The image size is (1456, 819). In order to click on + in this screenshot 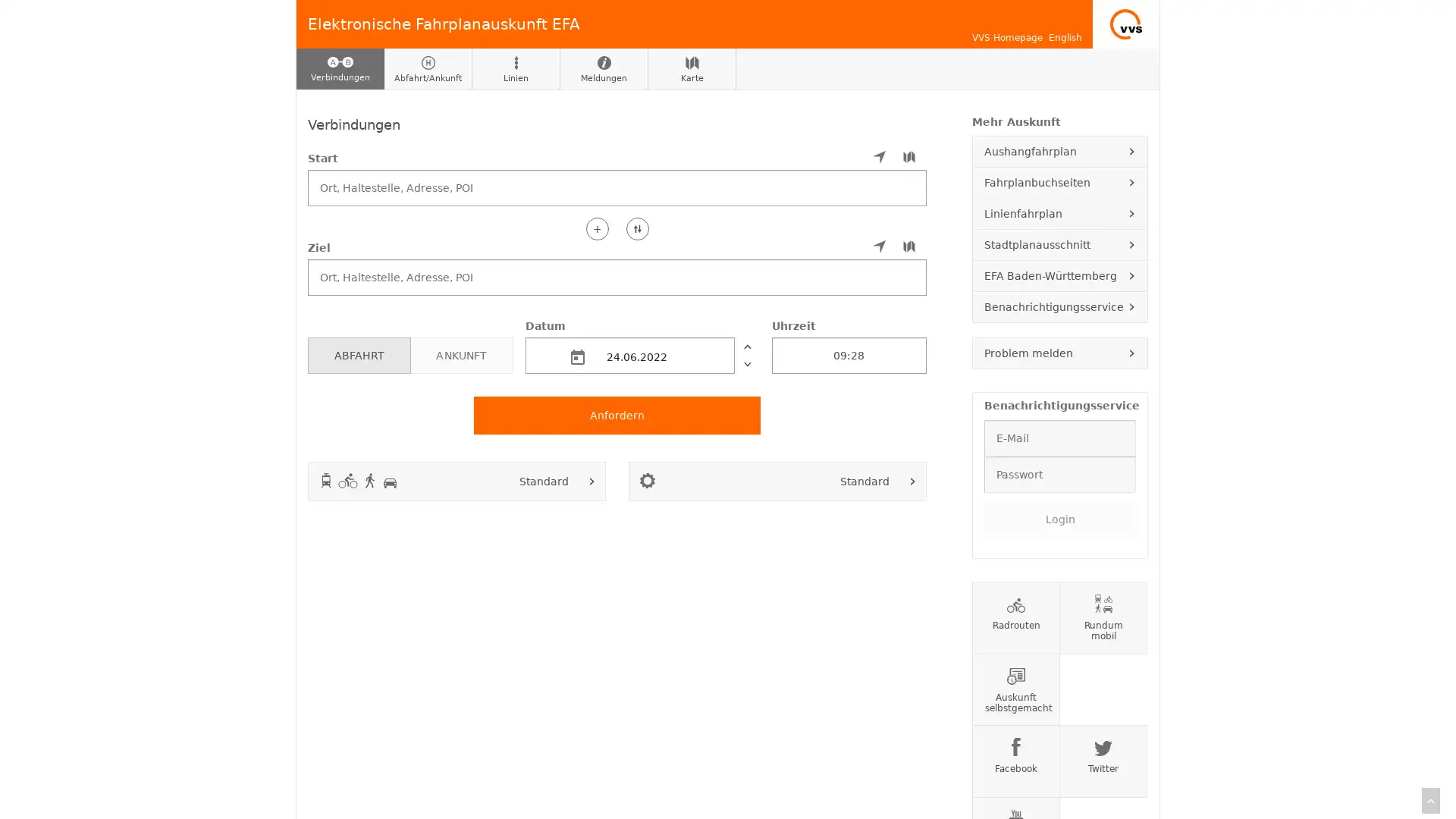, I will do `click(596, 227)`.